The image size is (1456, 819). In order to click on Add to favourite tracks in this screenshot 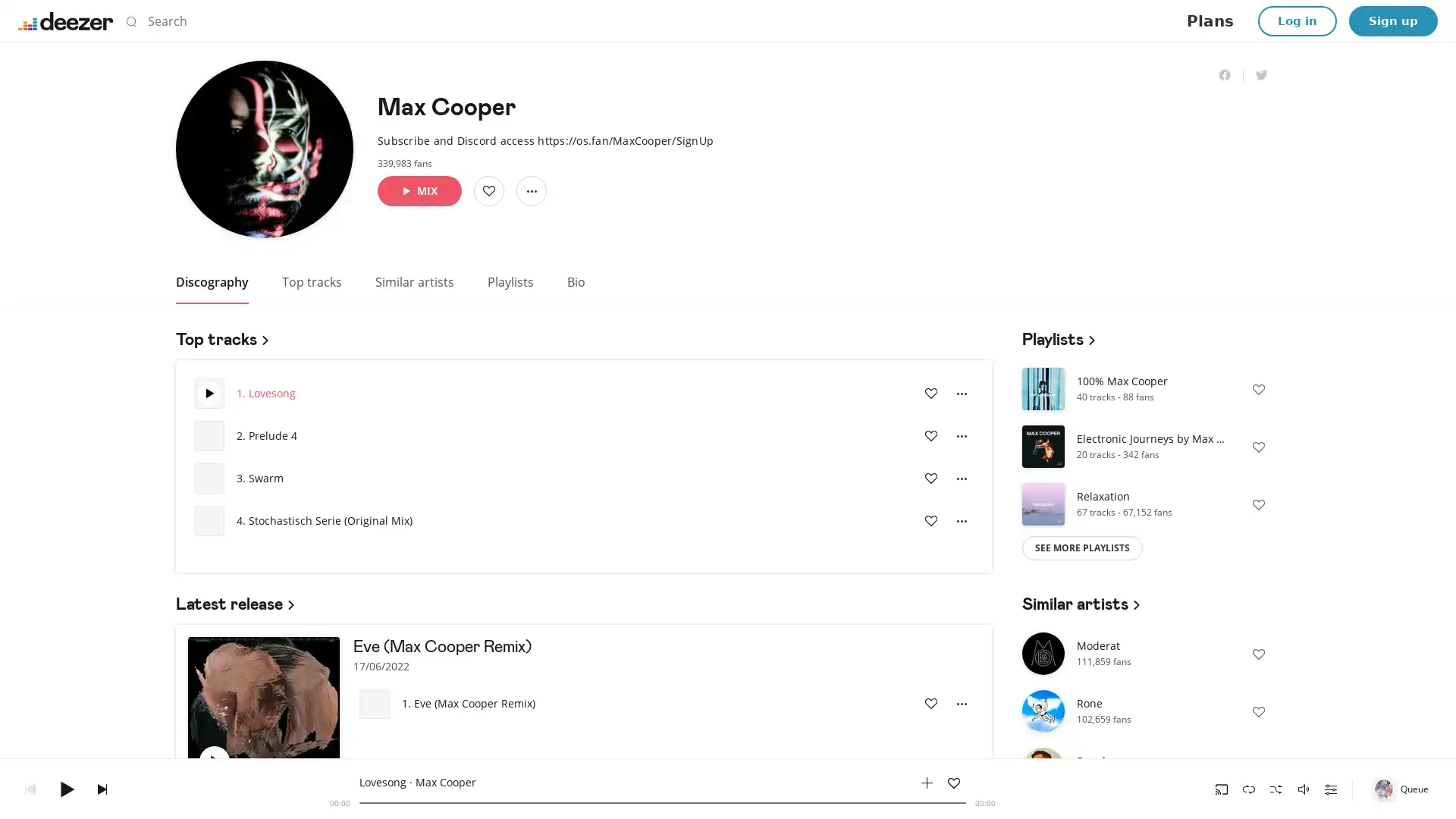, I will do `click(930, 435)`.